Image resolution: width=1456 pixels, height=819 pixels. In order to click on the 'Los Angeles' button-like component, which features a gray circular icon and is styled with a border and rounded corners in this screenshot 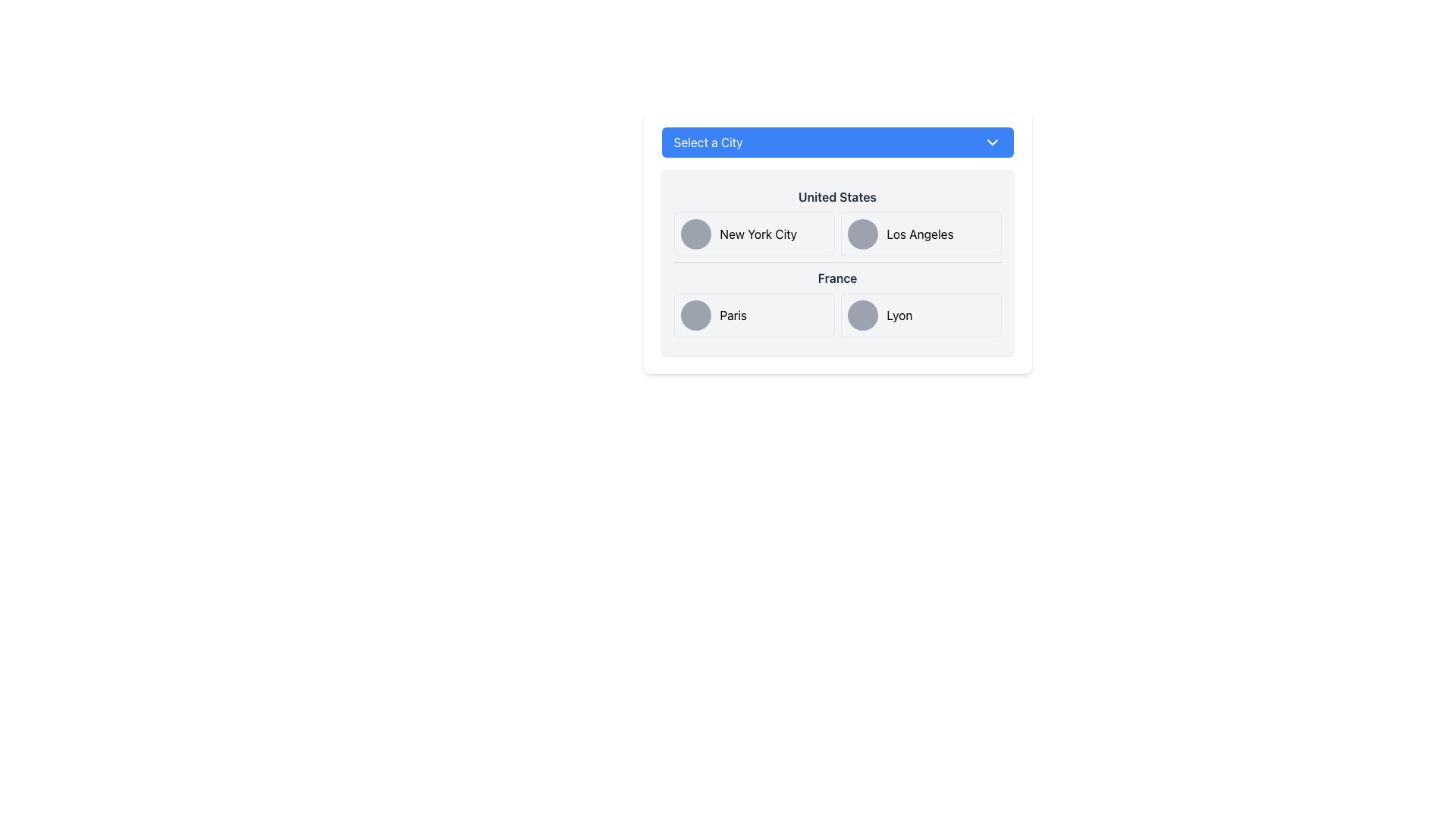, I will do `click(920, 234)`.